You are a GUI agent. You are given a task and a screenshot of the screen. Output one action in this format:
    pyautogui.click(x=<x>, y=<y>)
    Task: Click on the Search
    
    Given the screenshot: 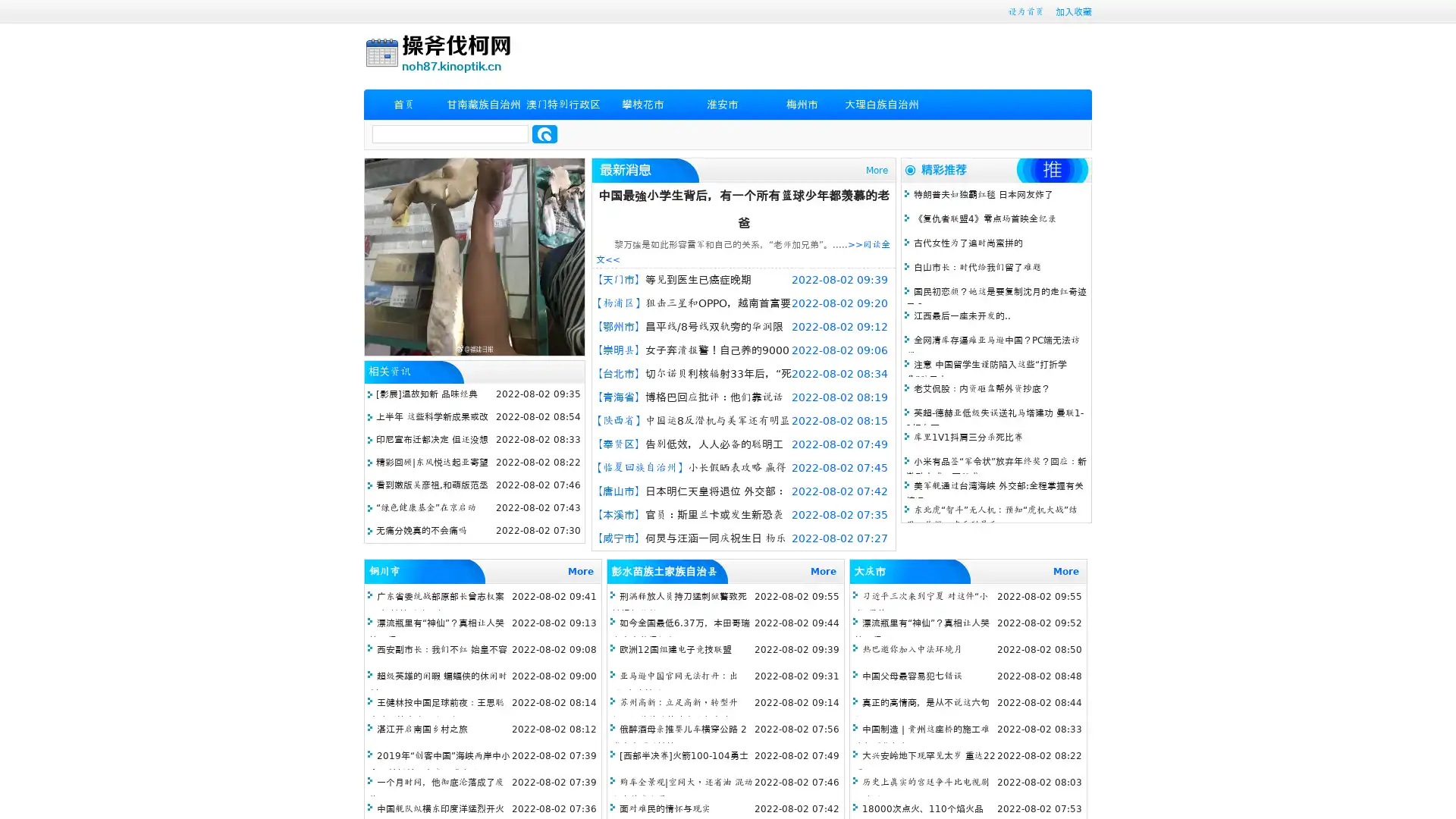 What is the action you would take?
    pyautogui.click(x=544, y=133)
    